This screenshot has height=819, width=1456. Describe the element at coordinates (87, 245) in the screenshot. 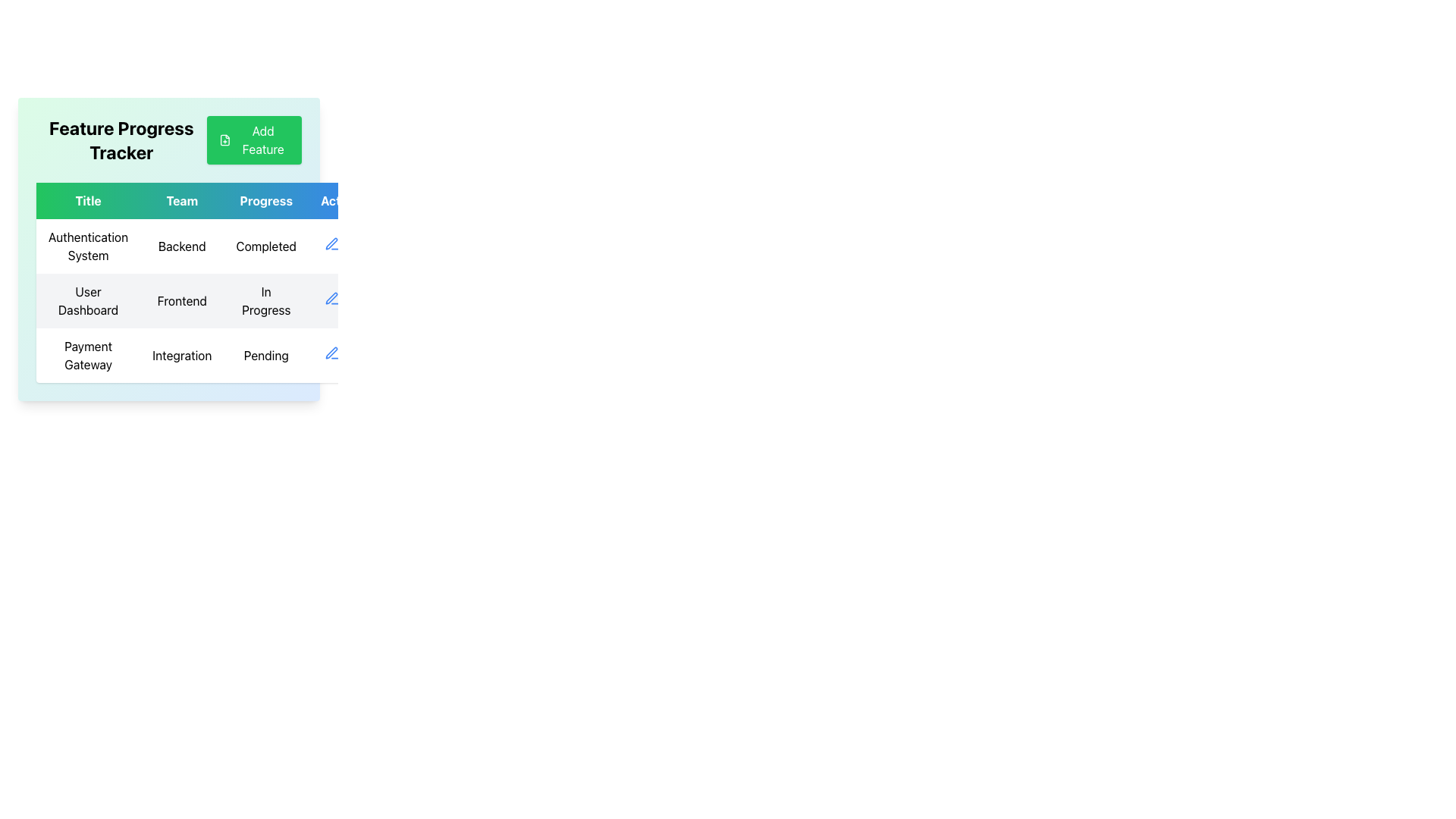

I see `text displayed in the first table cell of the 'Title' column, which is positioned next to the 'Backend' entry in the 'Team' column` at that location.